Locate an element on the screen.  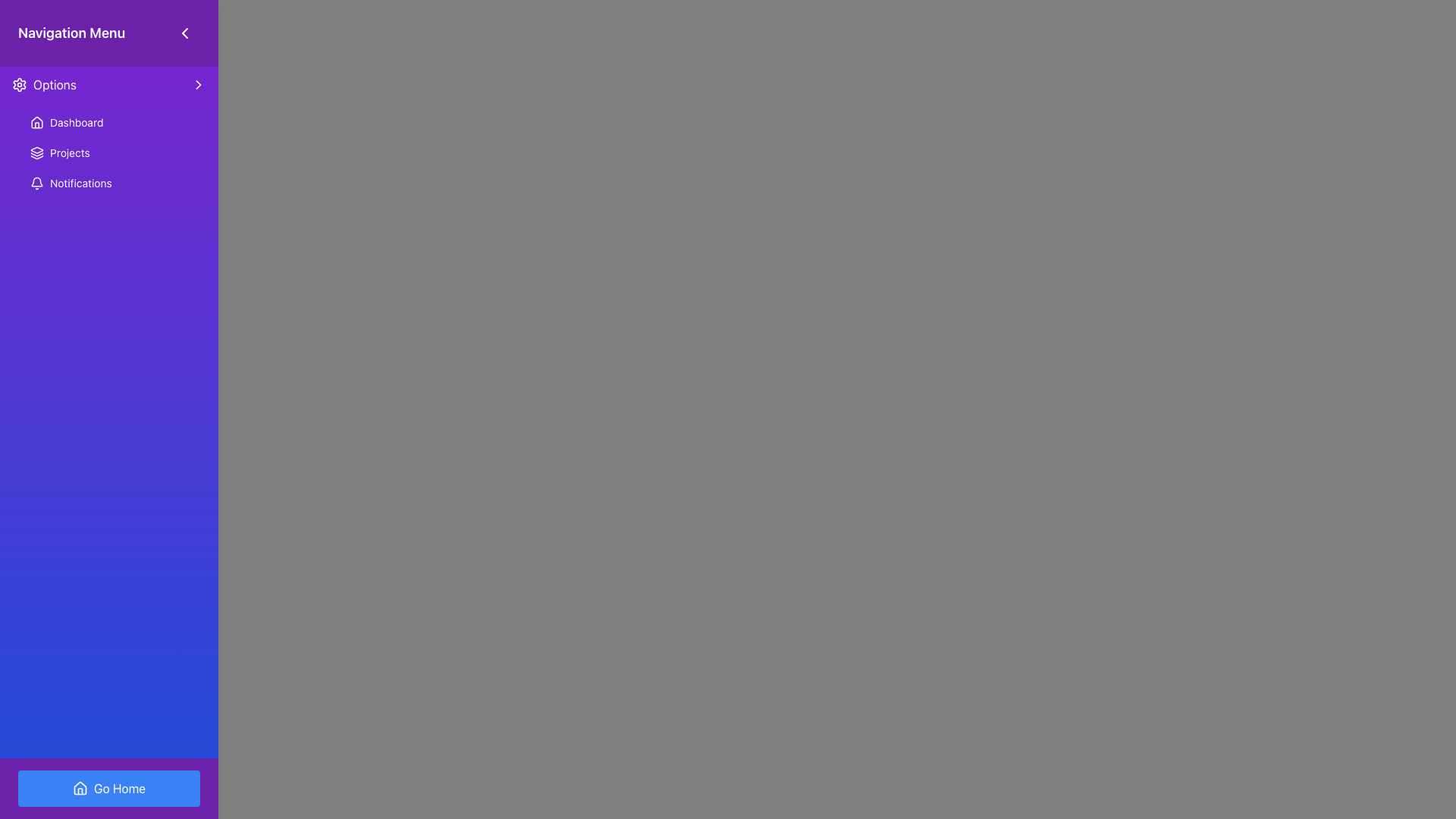
the circular button with a left-pointing chevron icon located in the top right corner of the navigation menu bar to go back is located at coordinates (184, 33).